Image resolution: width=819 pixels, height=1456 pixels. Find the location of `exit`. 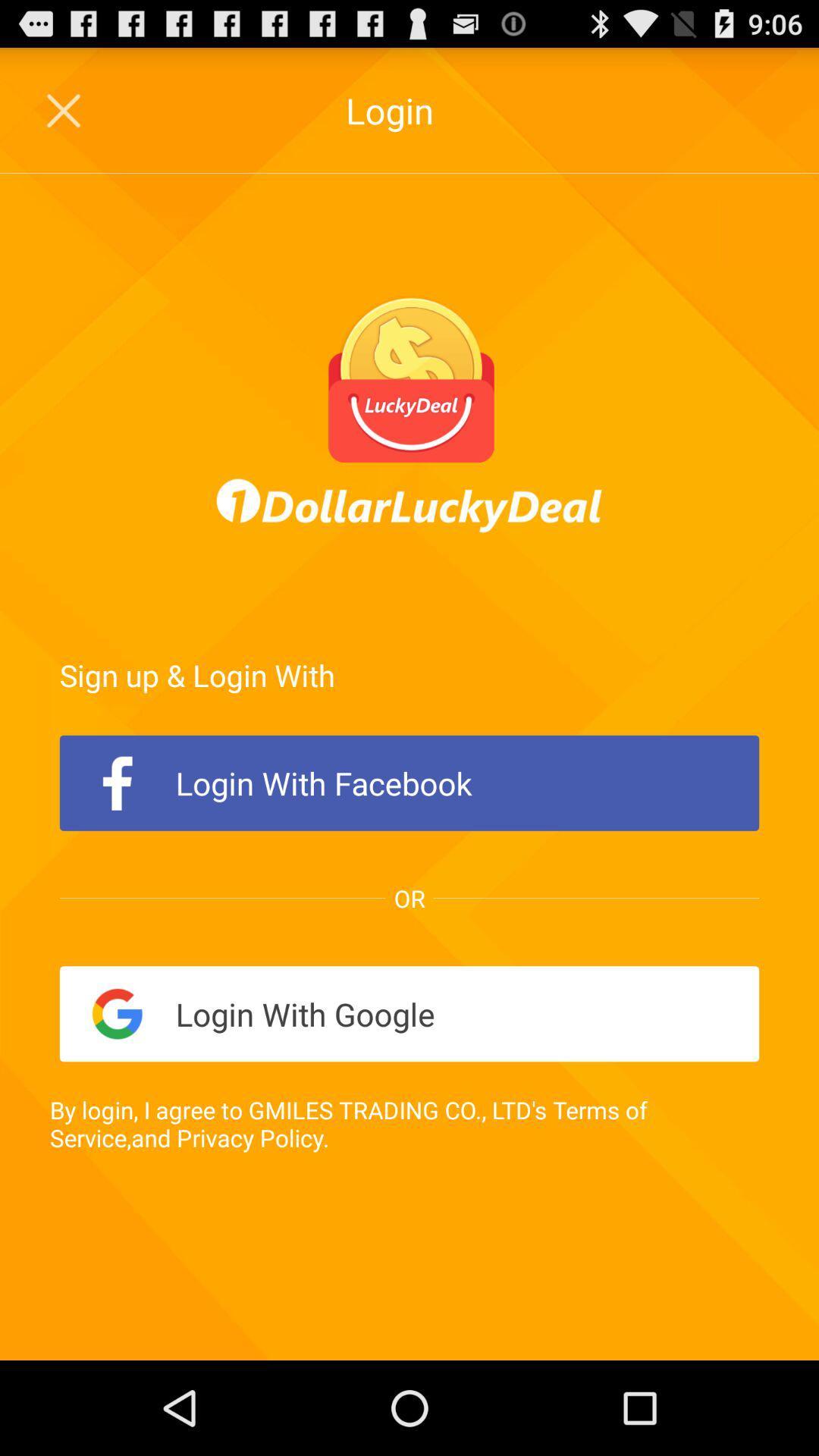

exit is located at coordinates (64, 109).